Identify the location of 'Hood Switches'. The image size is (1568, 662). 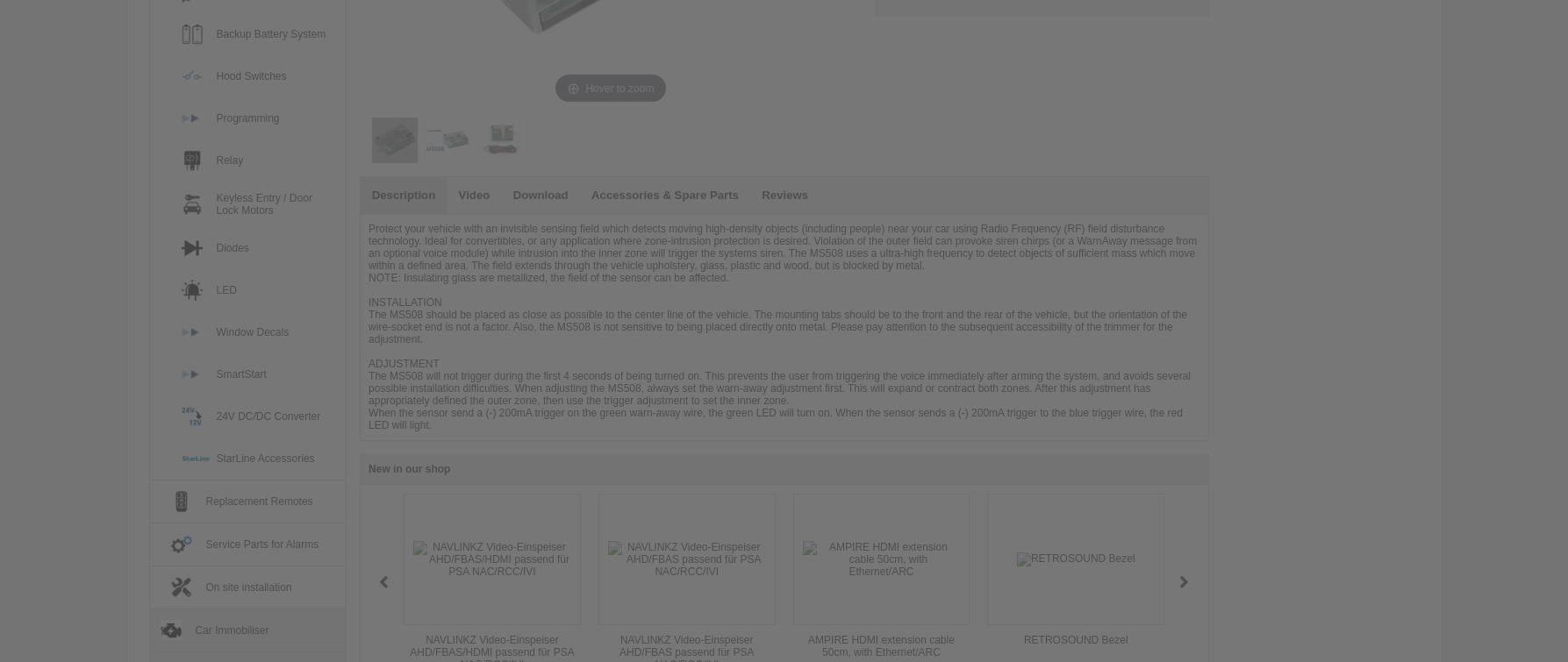
(249, 75).